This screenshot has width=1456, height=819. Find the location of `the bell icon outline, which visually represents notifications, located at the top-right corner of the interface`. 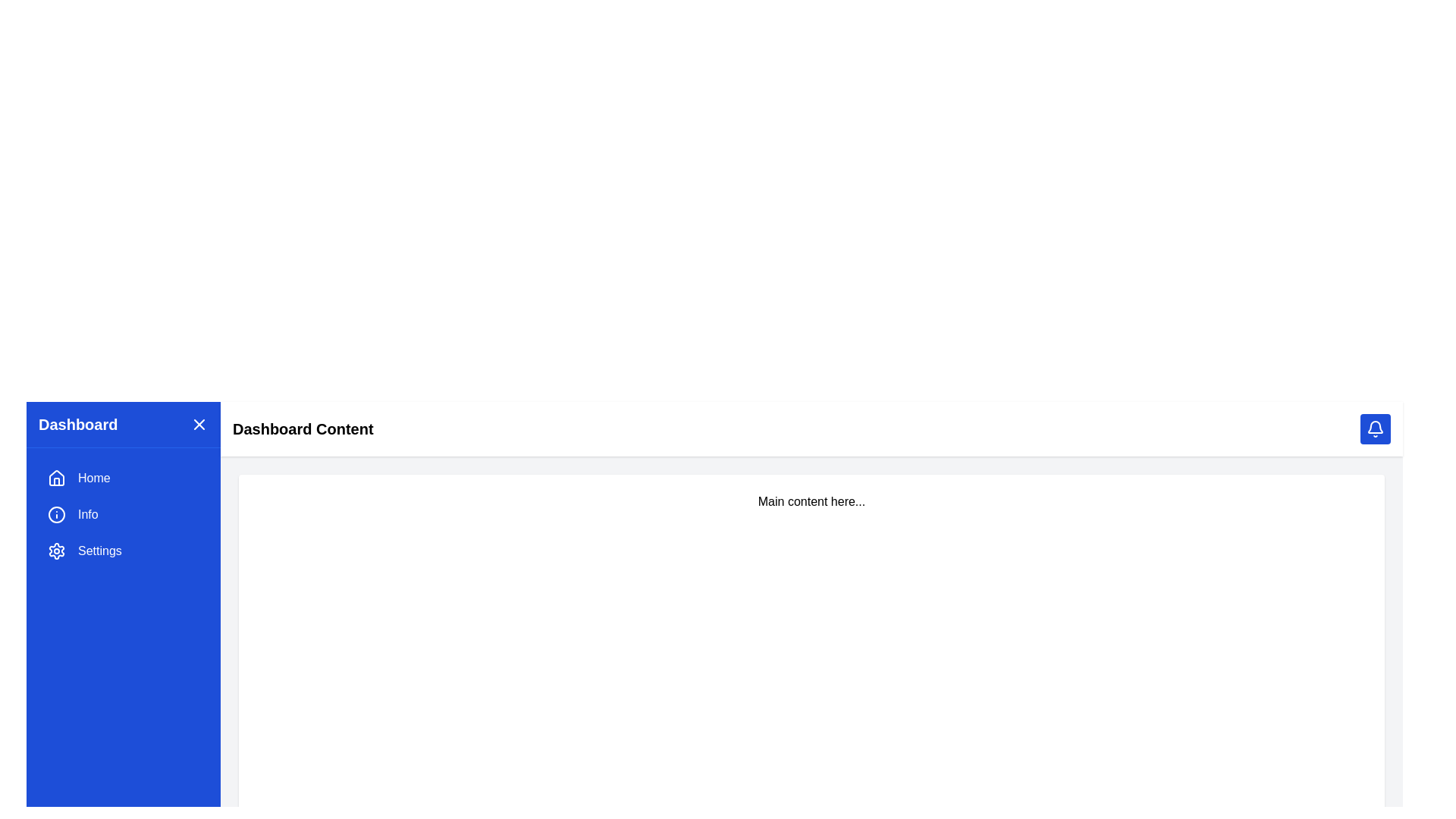

the bell icon outline, which visually represents notifications, located at the top-right corner of the interface is located at coordinates (1376, 427).